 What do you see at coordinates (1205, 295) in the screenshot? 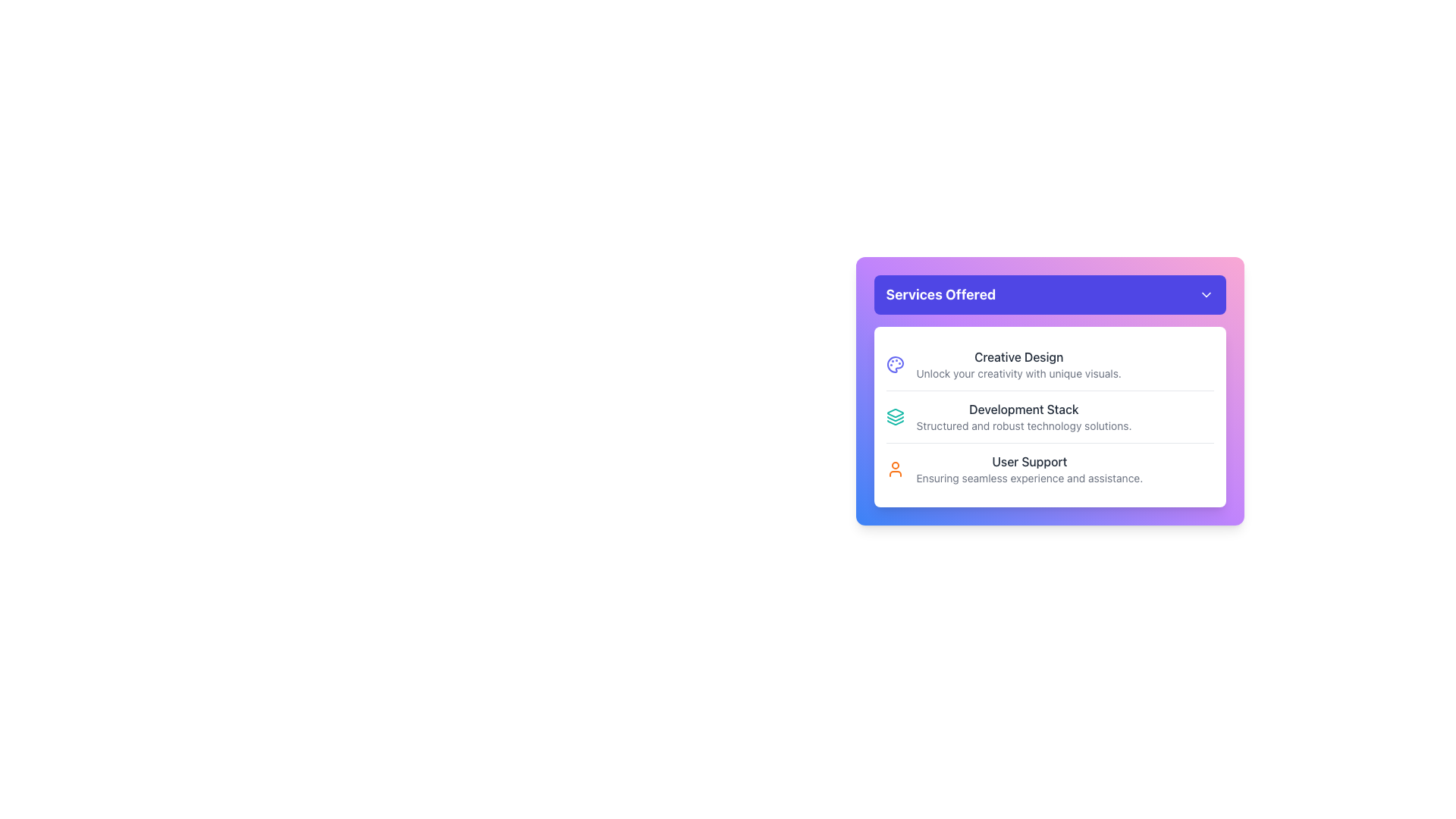
I see `the Chevron-Down icon located on the far right side of the purple header bar labeled 'Services Offered'` at bounding box center [1205, 295].